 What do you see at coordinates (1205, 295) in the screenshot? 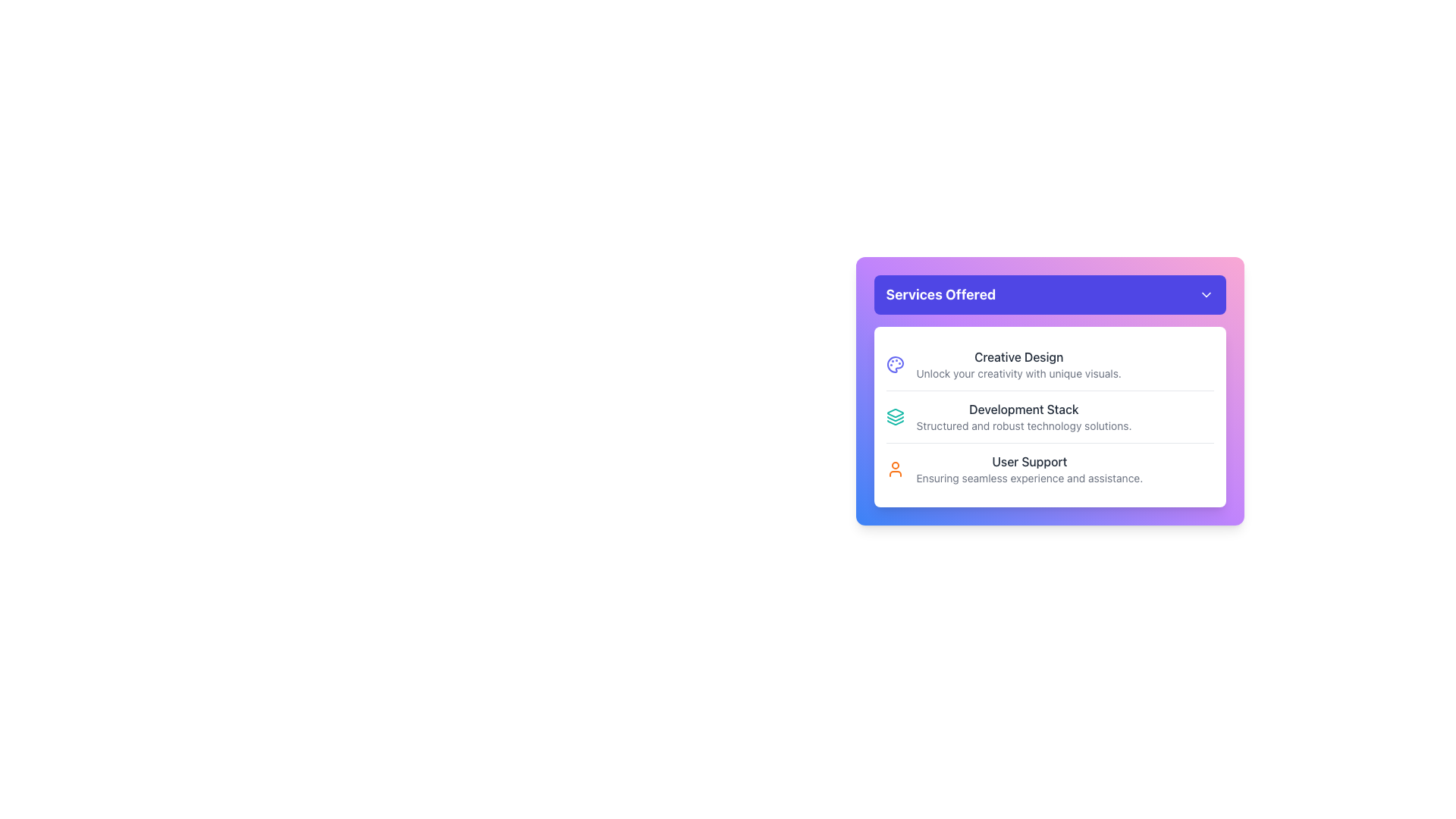
I see `the Chevron-Down icon located on the far right side of the purple header bar labeled 'Services Offered'` at bounding box center [1205, 295].